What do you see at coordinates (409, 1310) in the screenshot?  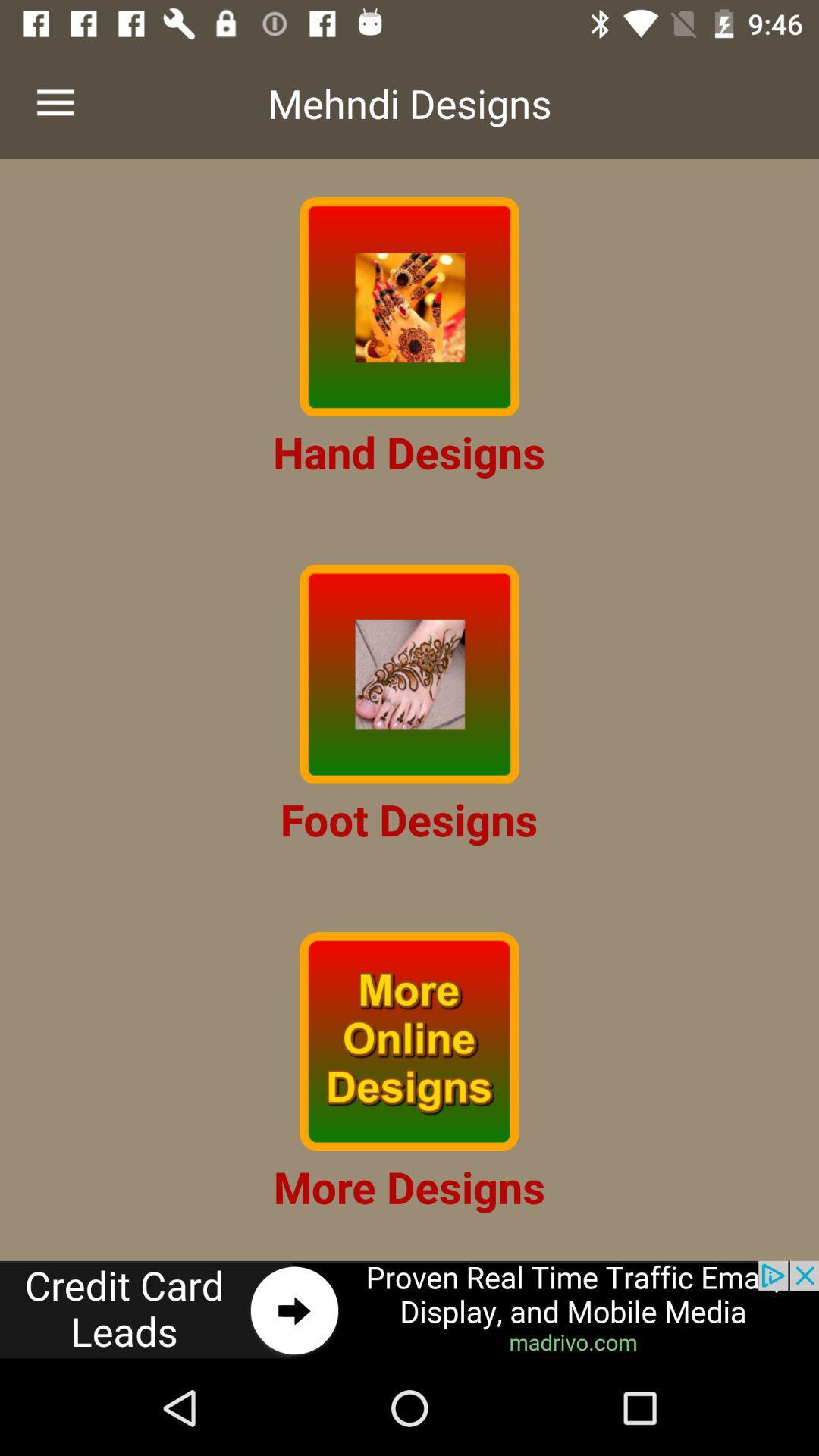 I see `open advertisement` at bounding box center [409, 1310].